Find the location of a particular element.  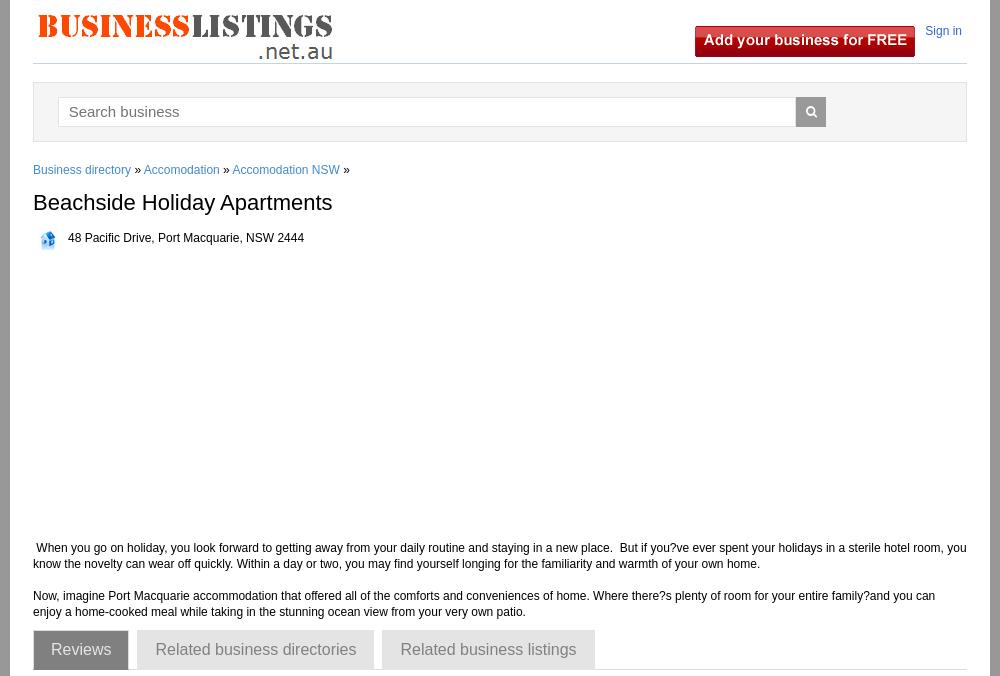

'Related business listings' is located at coordinates (400, 649).